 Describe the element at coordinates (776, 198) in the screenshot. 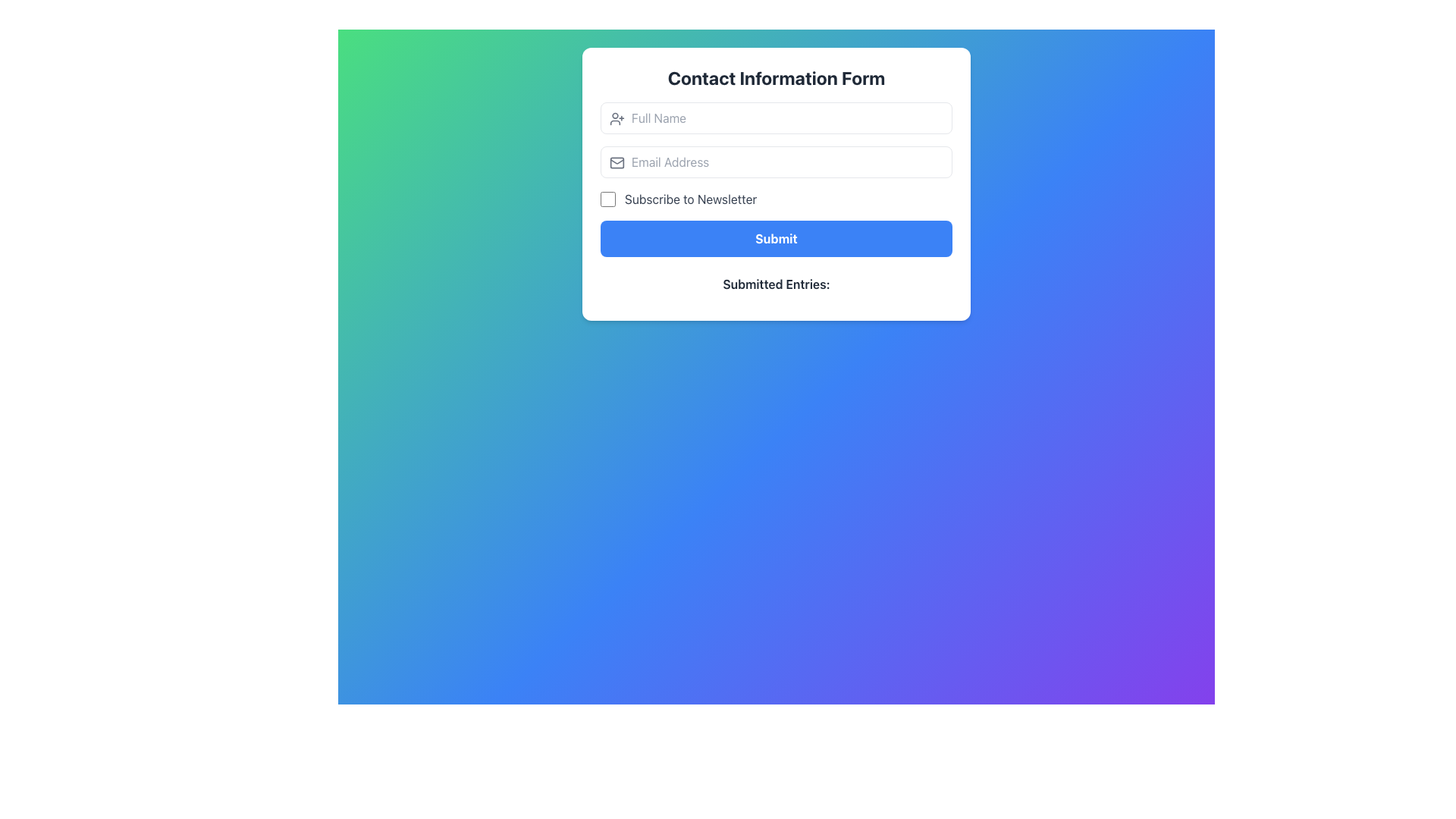

I see `the checkbox labeled 'Subscribe to Newsletter'` at that location.